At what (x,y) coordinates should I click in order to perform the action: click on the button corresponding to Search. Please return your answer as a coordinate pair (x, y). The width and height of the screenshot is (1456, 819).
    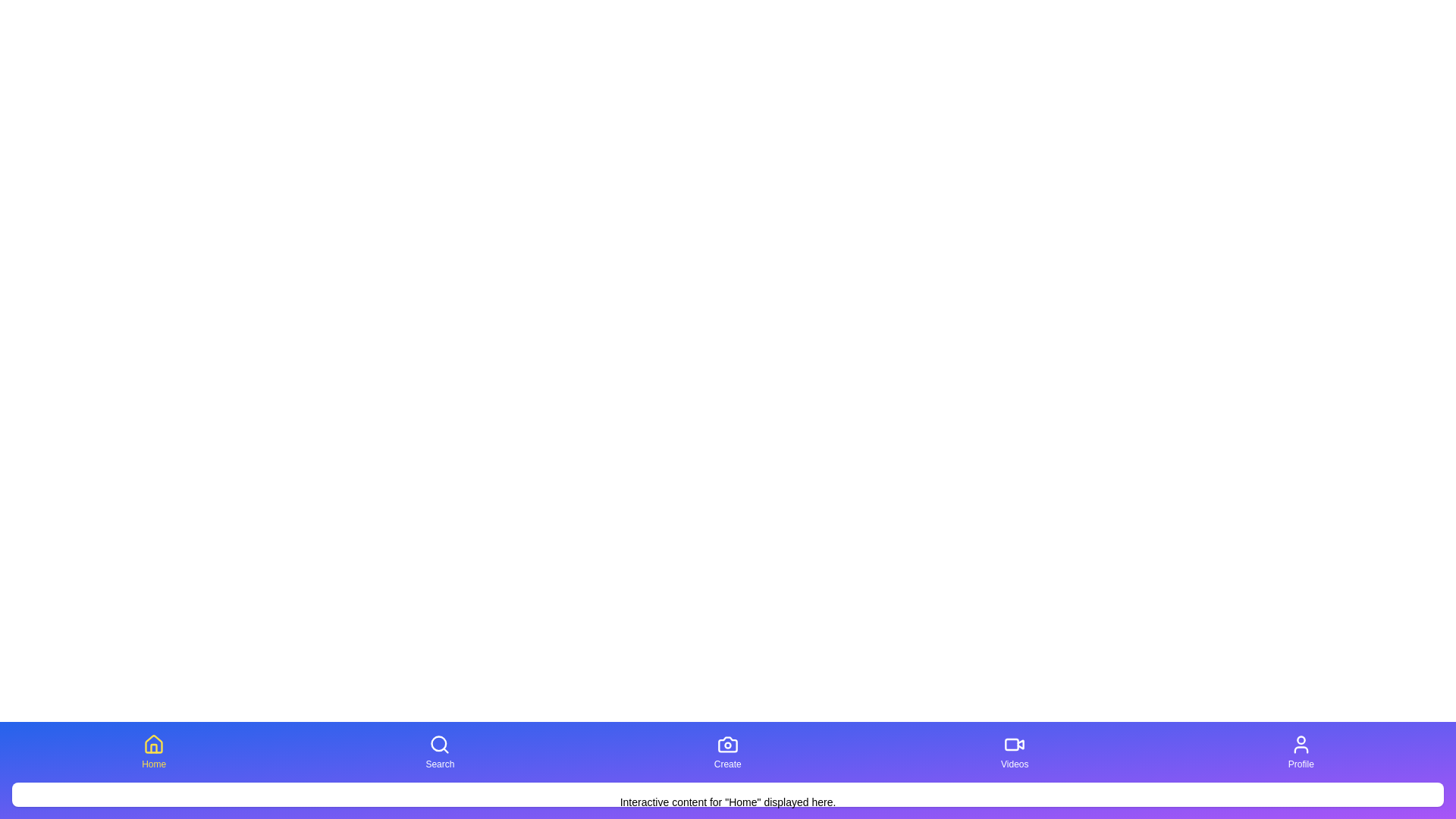
    Looking at the image, I should click on (439, 752).